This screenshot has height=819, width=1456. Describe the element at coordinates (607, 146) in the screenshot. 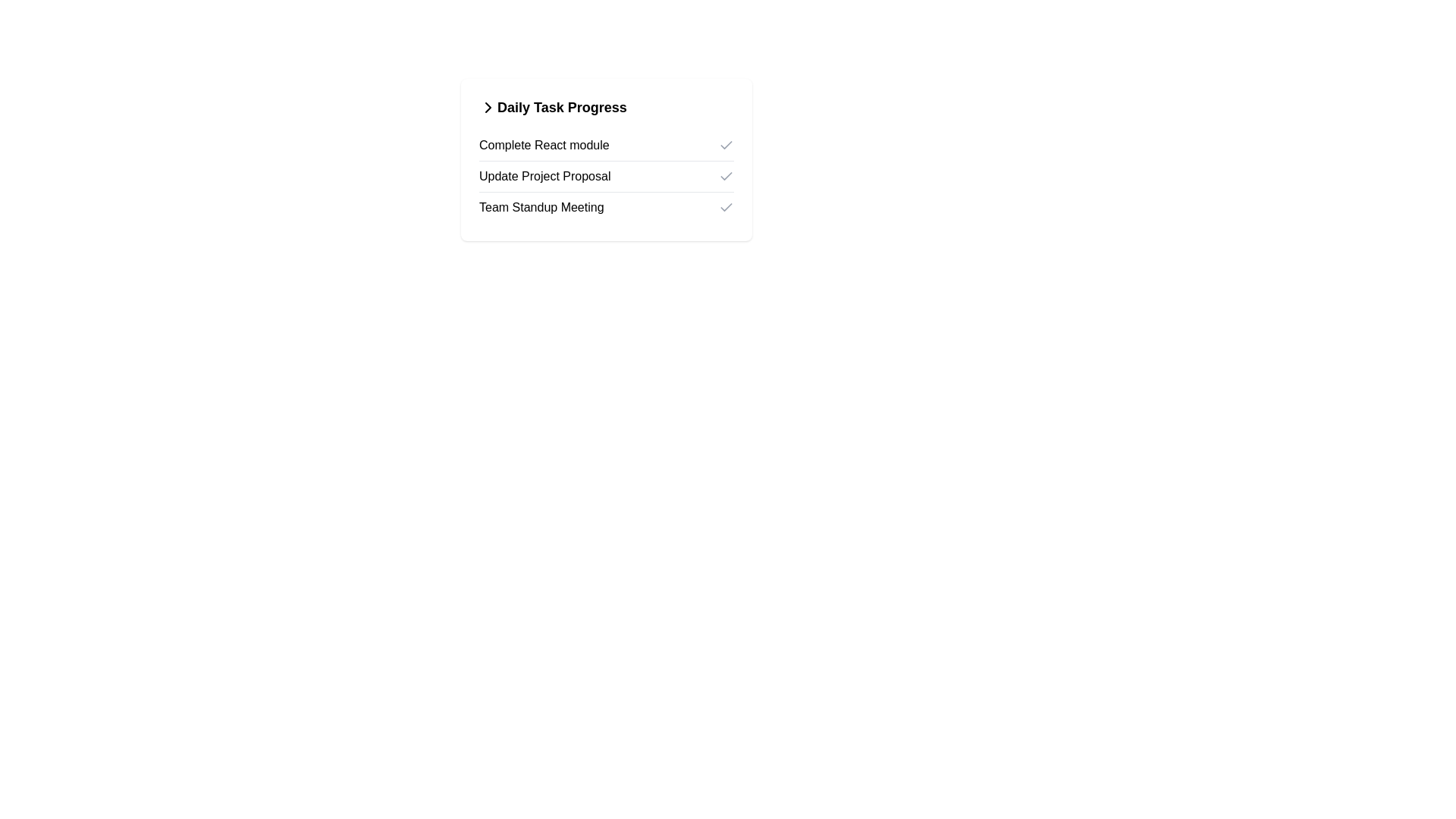

I see `the task list item labeled 'Complete React module'` at that location.